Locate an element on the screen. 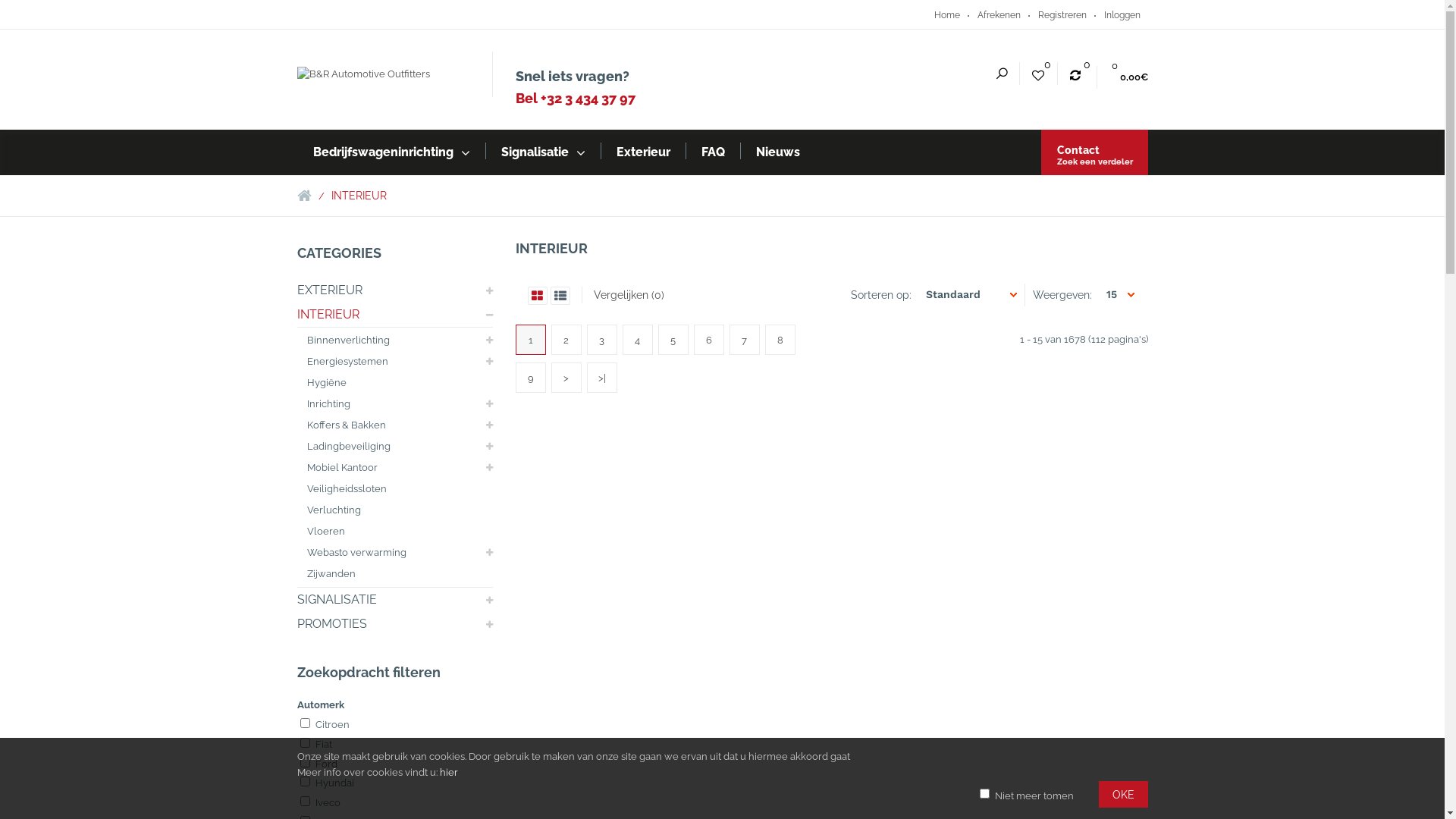  'INTERIEUR' is located at coordinates (357, 195).